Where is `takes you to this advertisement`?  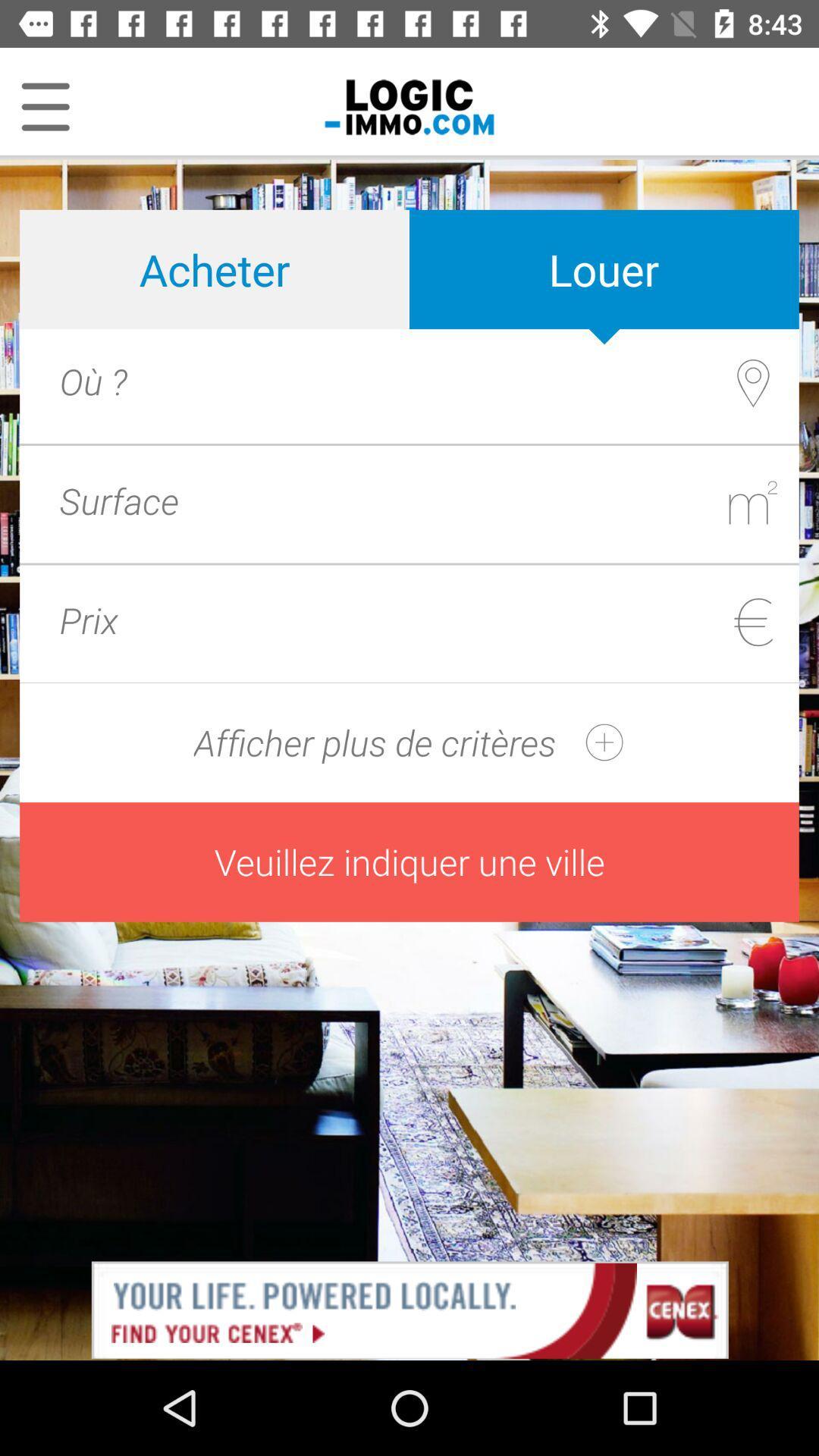
takes you to this advertisement is located at coordinates (409, 1308).